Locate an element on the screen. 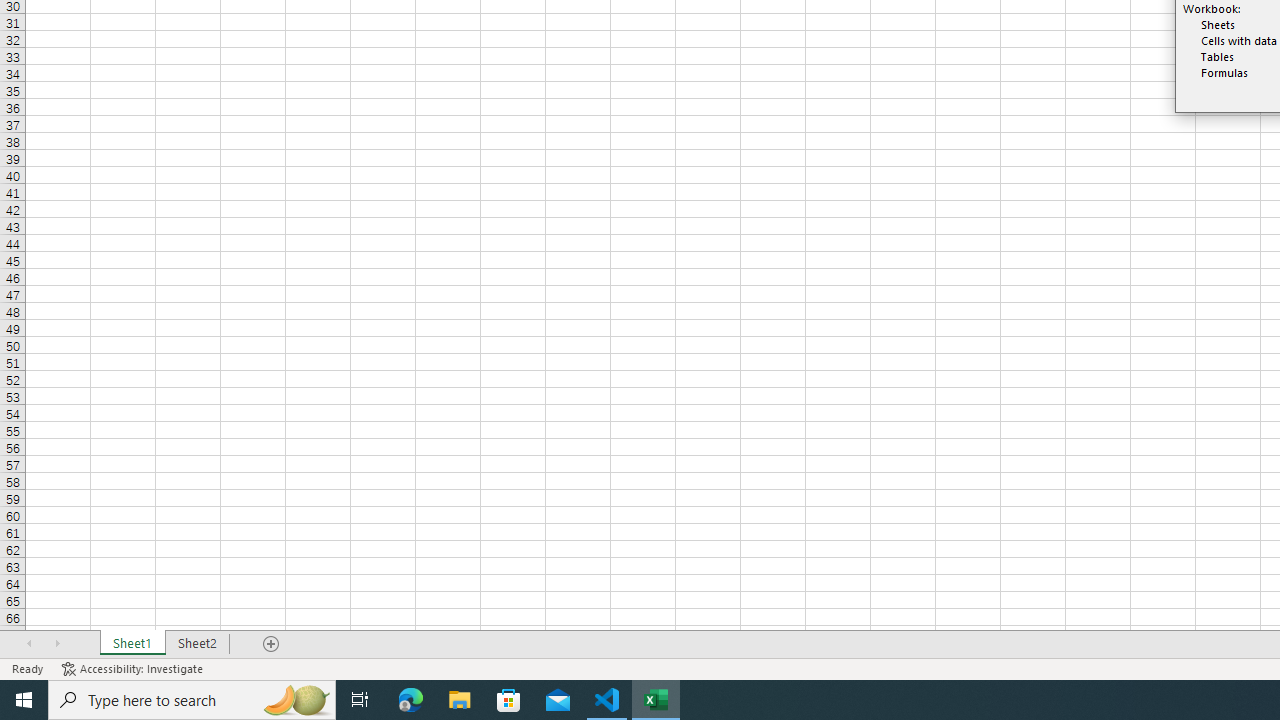 The image size is (1280, 720). 'Microsoft Store' is located at coordinates (509, 698).